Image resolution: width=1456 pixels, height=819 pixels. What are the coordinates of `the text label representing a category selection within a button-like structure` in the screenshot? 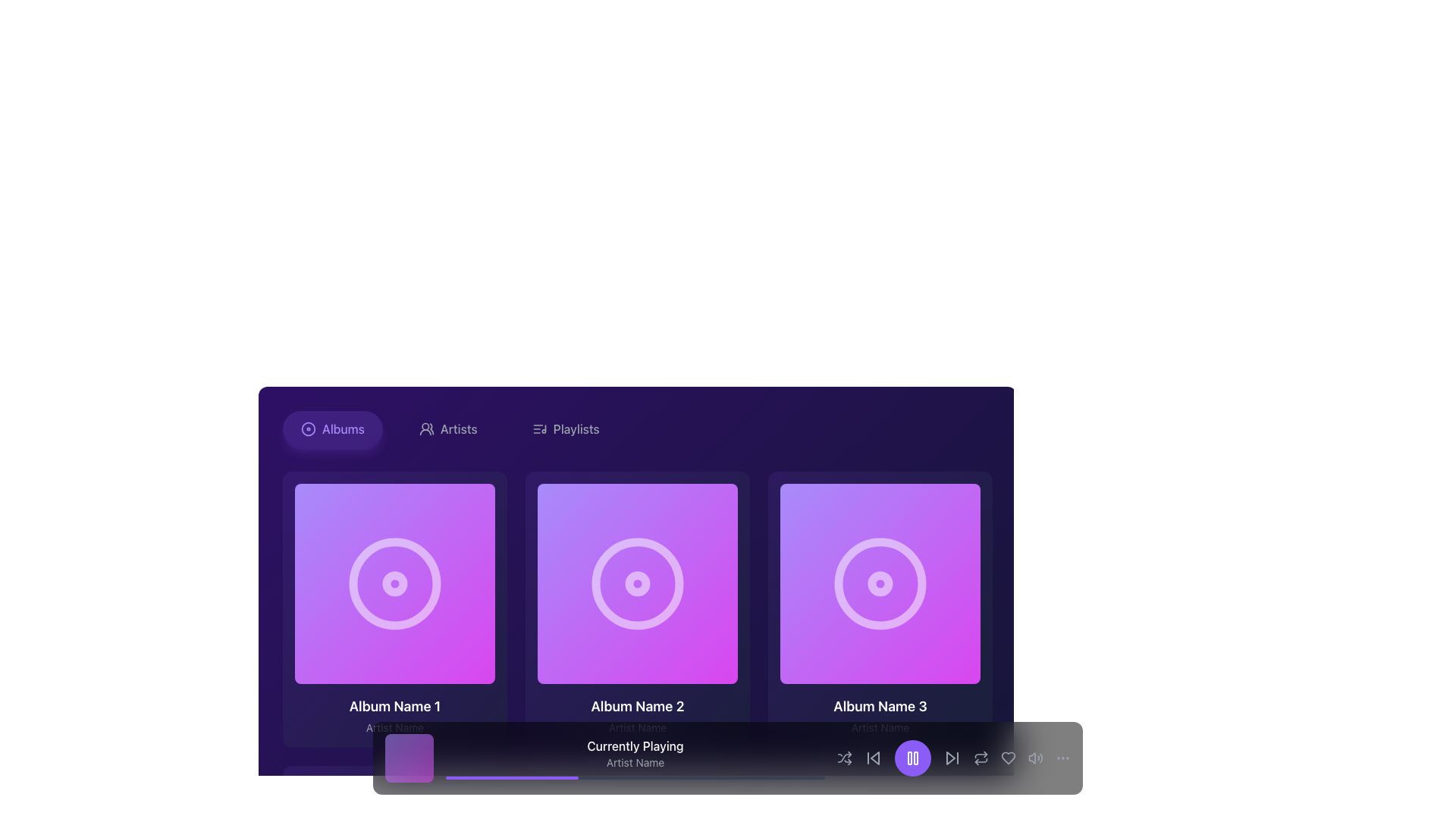 It's located at (342, 429).